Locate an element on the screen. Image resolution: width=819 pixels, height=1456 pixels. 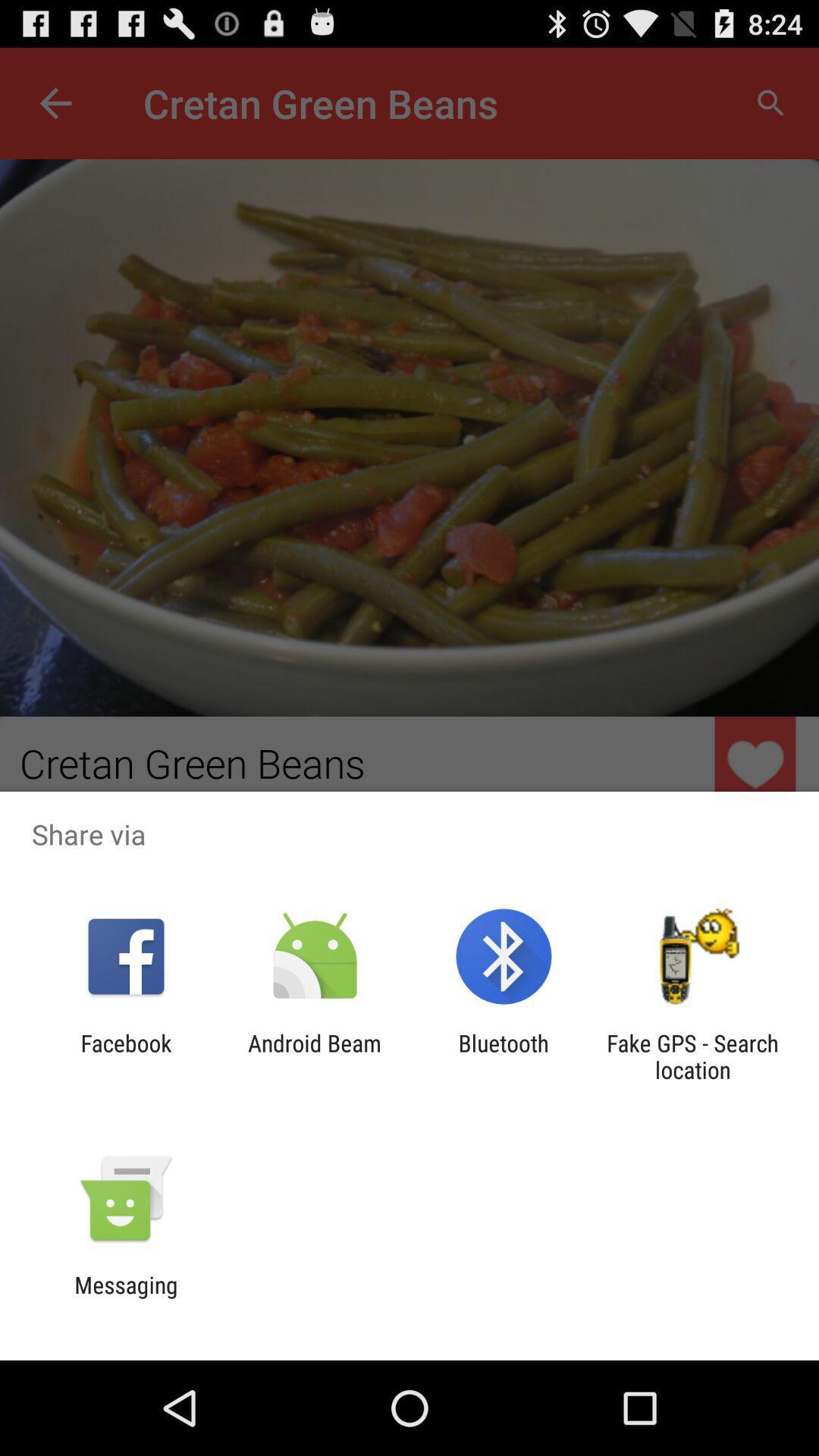
item next to bluetooth is located at coordinates (314, 1056).